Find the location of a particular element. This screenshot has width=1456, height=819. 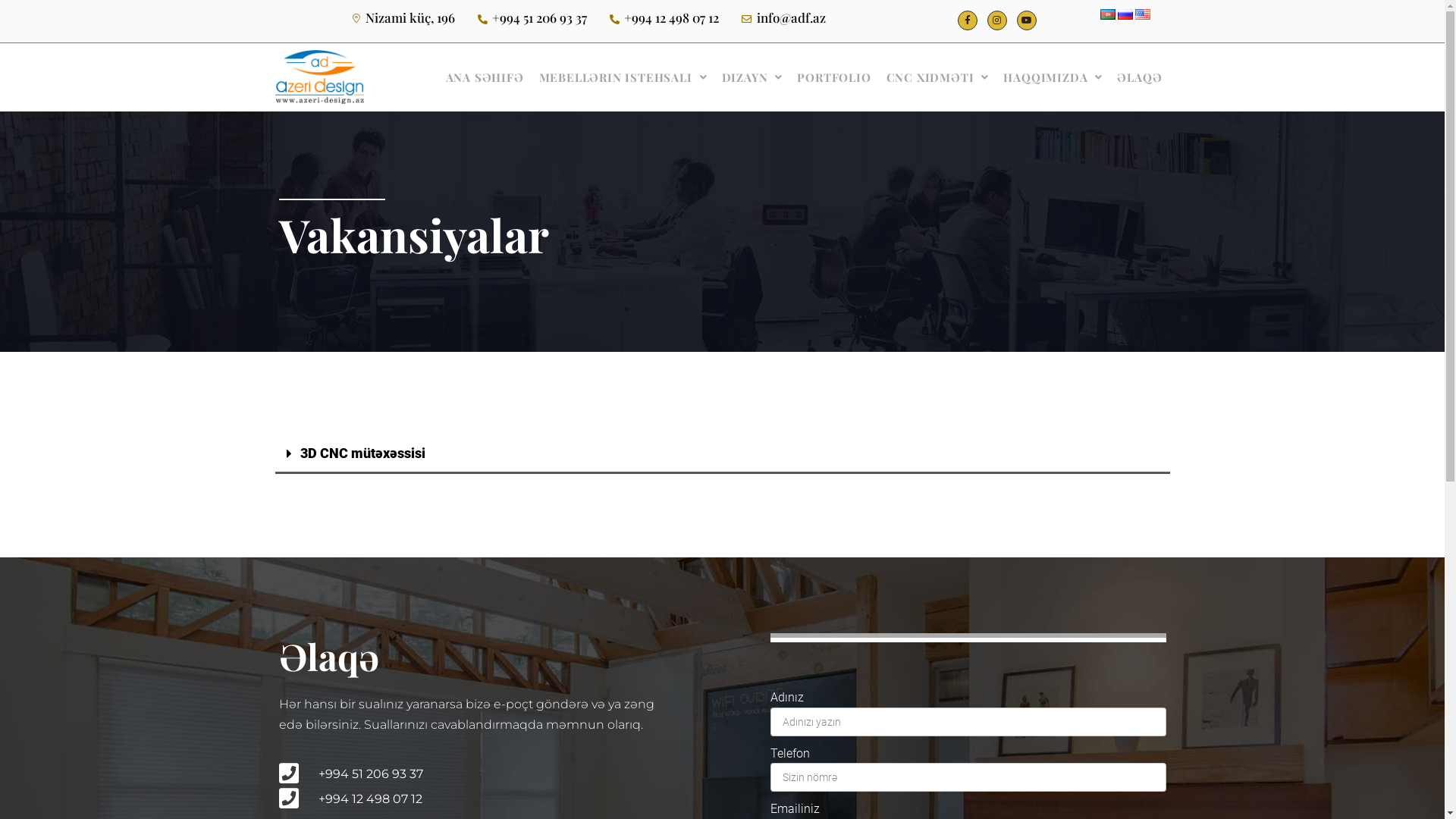

'HAQQIMIZDA' is located at coordinates (996, 77).